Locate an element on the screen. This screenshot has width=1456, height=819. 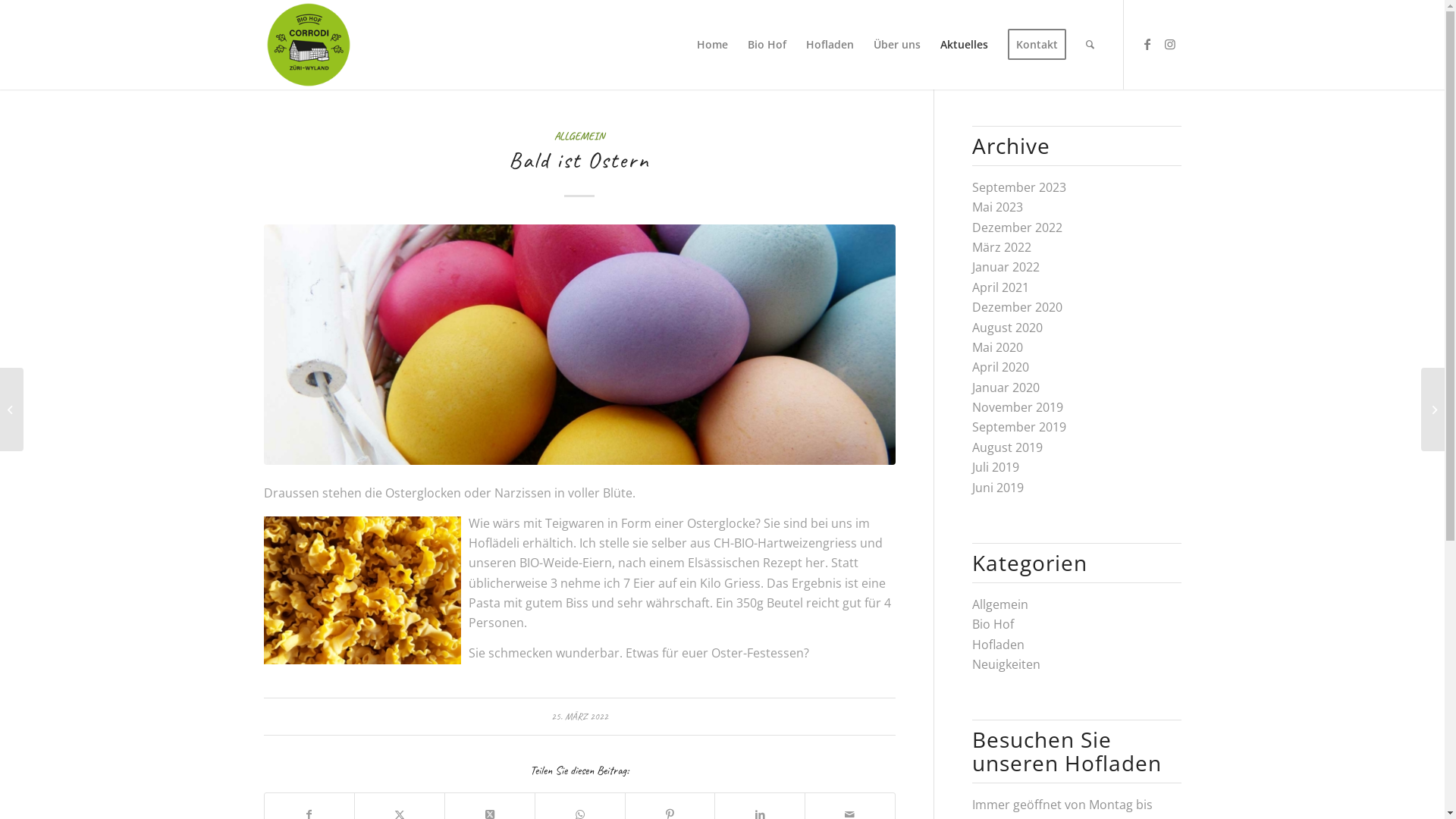
'Januar 2020' is located at coordinates (1006, 386).